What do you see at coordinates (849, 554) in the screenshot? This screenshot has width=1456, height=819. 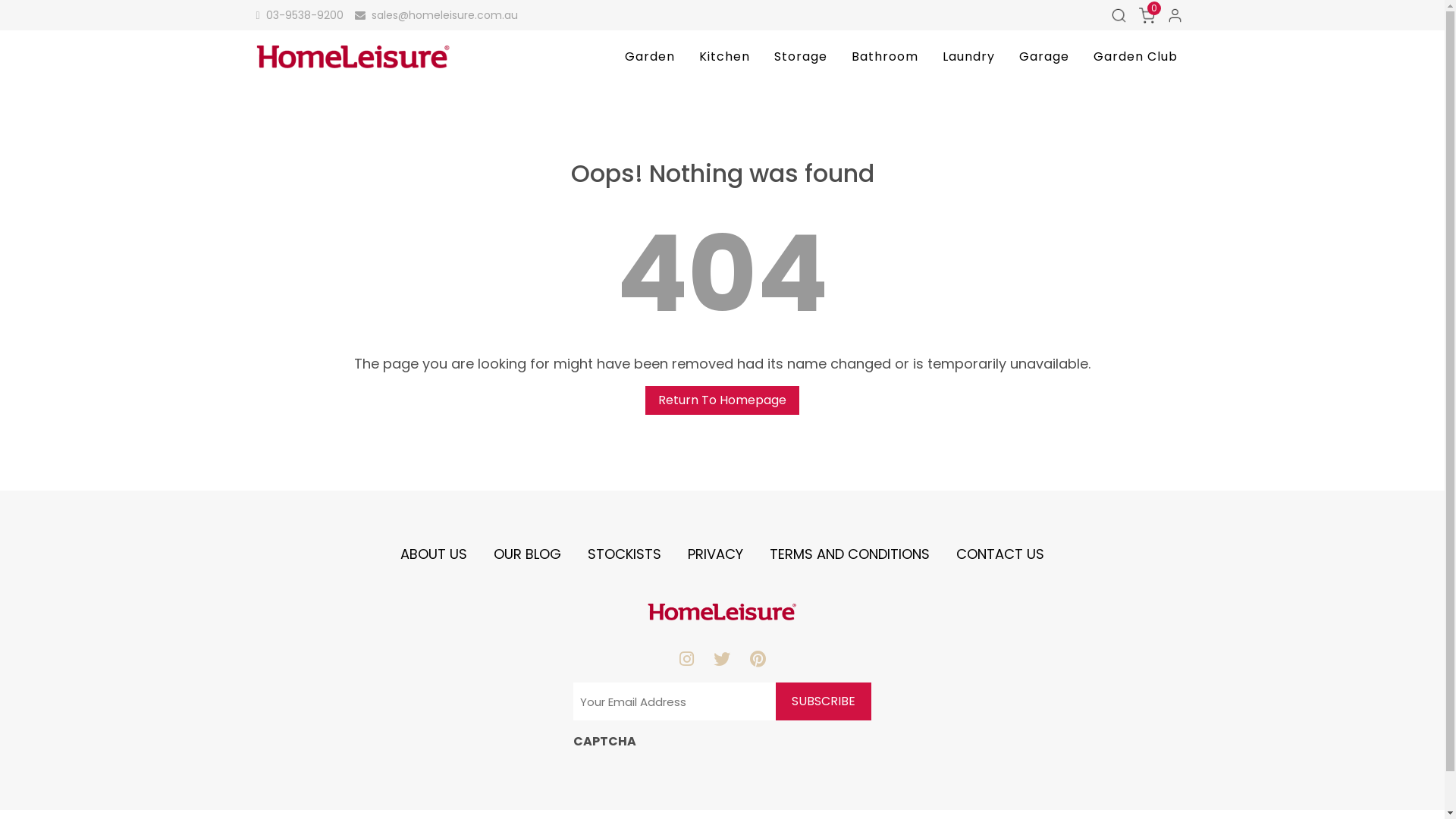 I see `'TERMS AND CONDITIONS'` at bounding box center [849, 554].